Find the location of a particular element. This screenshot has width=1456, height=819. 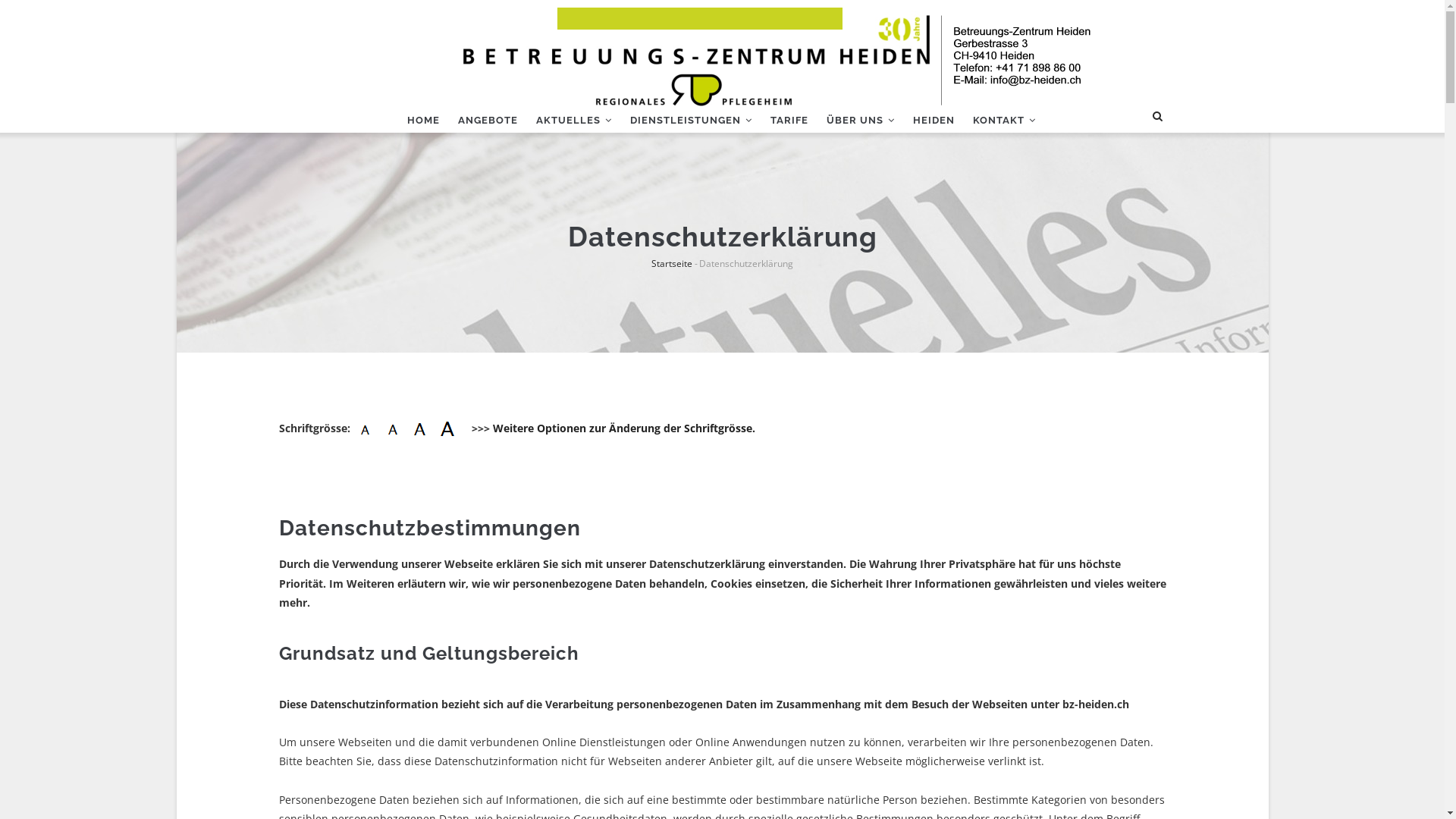

'DIENSTLEISTUNGEN' is located at coordinates (689, 119).